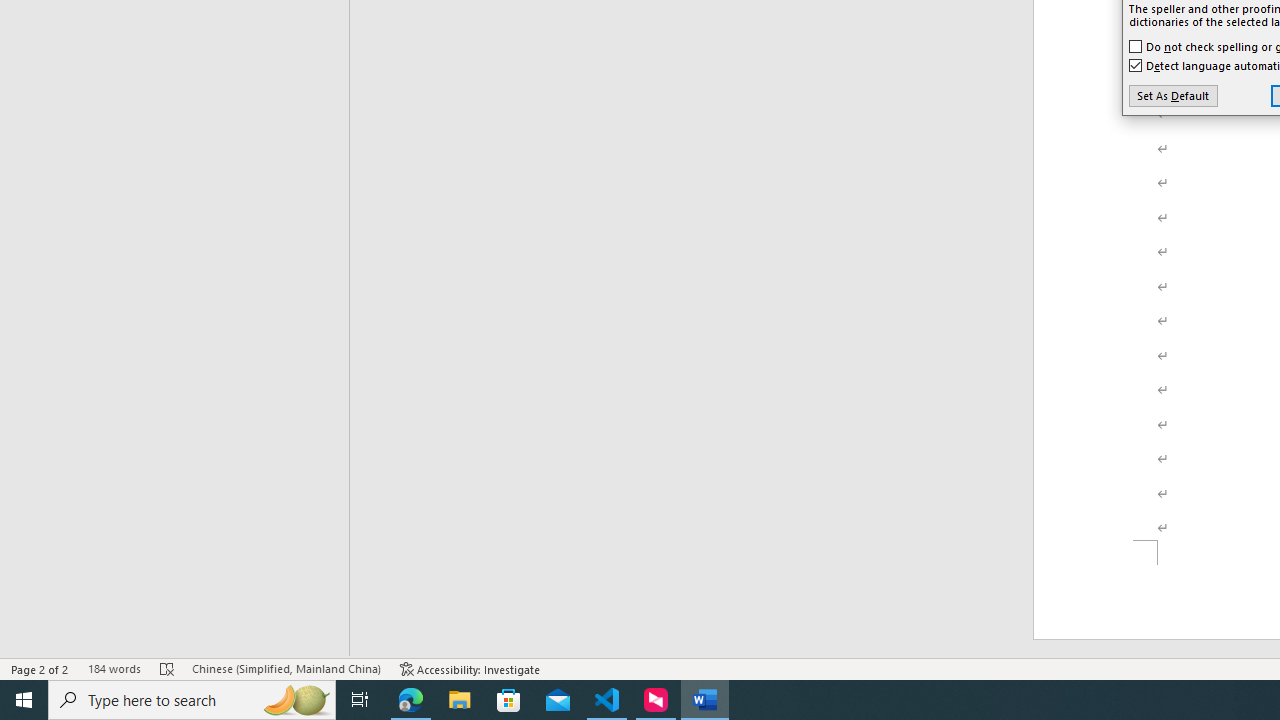 Image resolution: width=1280 pixels, height=720 pixels. What do you see at coordinates (705, 698) in the screenshot?
I see `'Word - 1 running window'` at bounding box center [705, 698].